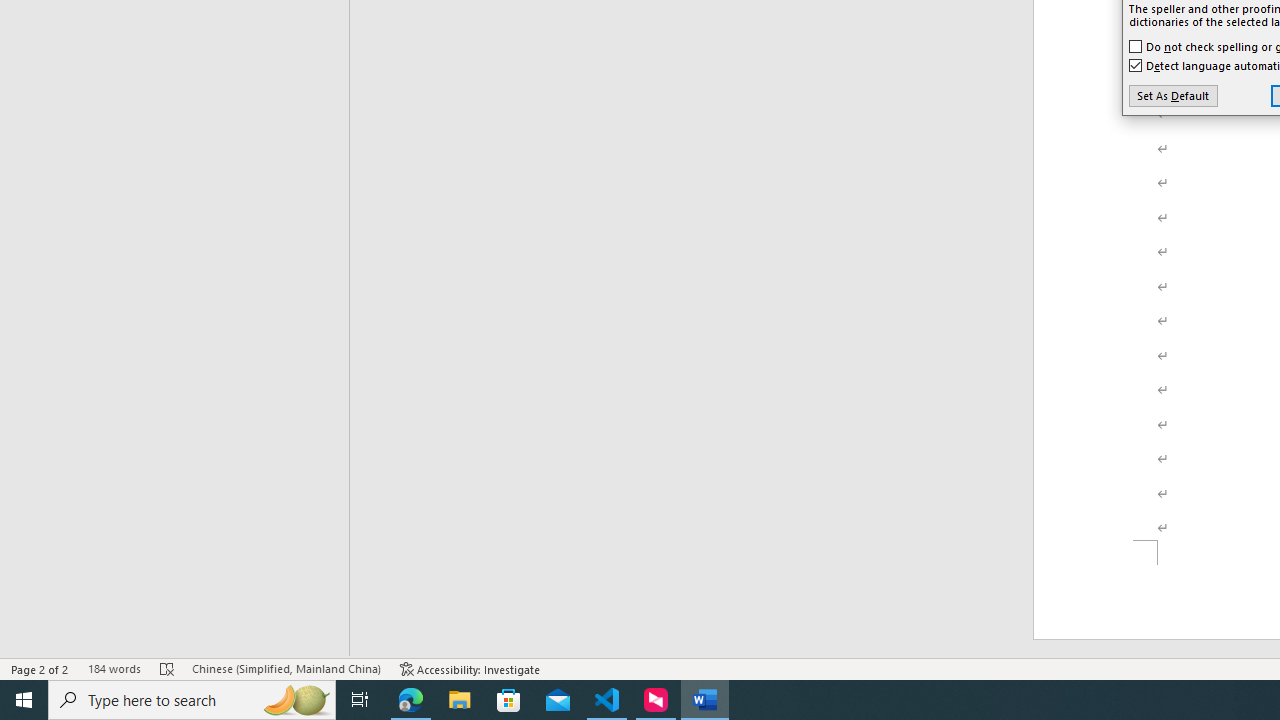 Image resolution: width=1280 pixels, height=720 pixels. What do you see at coordinates (705, 698) in the screenshot?
I see `'Word - 1 running window'` at bounding box center [705, 698].